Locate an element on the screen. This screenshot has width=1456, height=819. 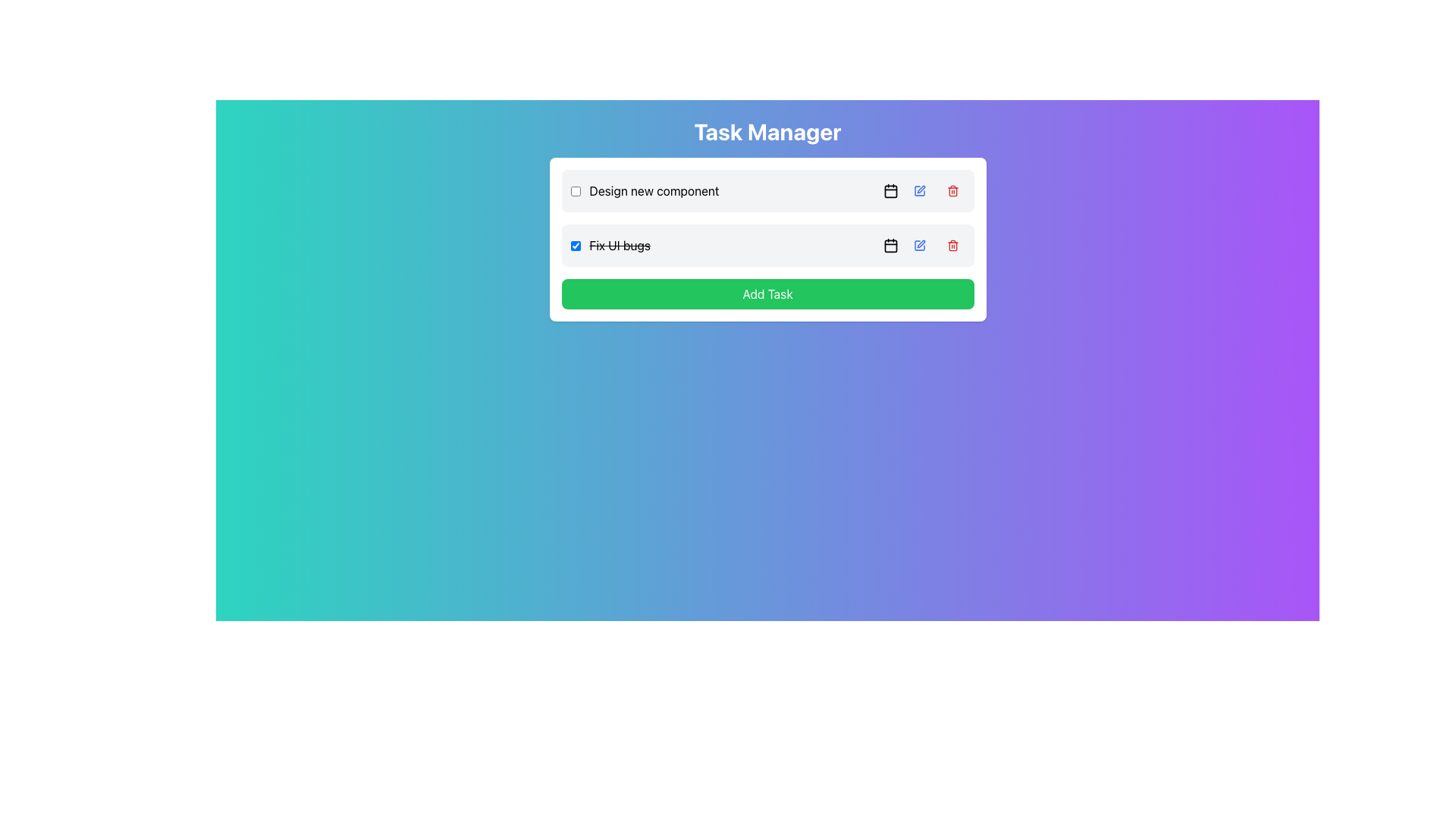
the checkbox with a checkmark symbol is located at coordinates (574, 245).